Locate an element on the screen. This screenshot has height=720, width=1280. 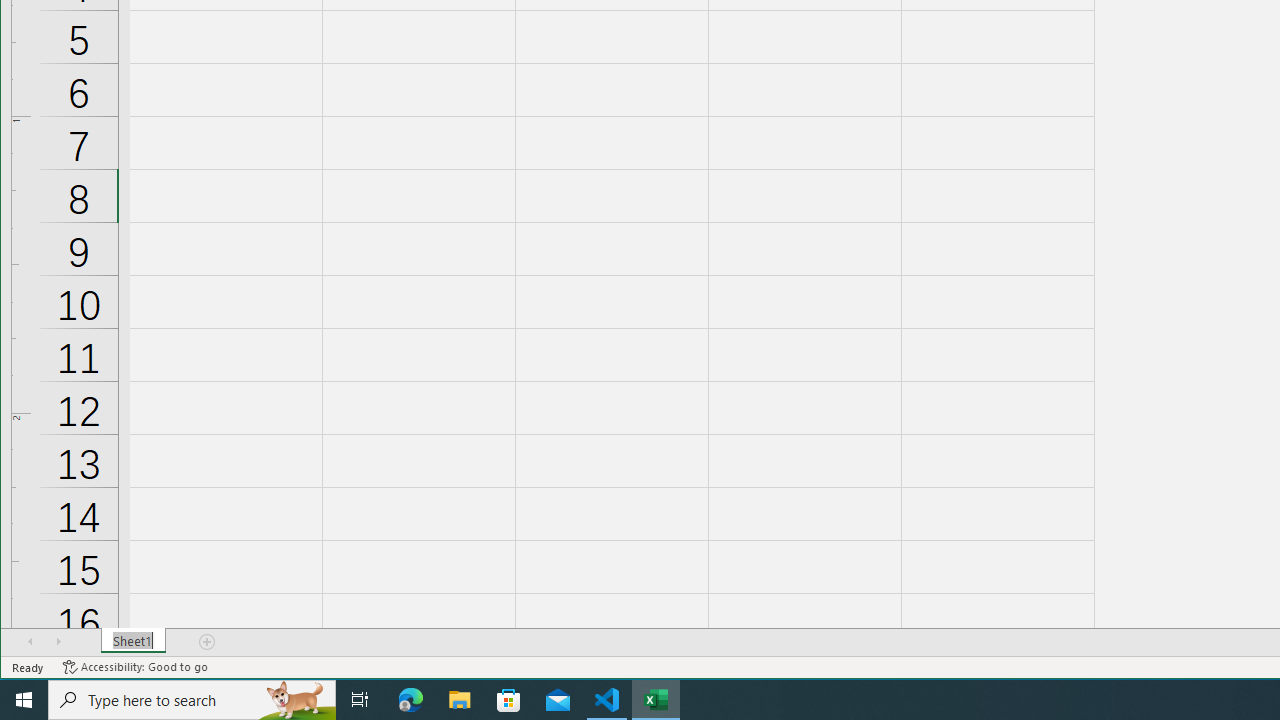
'Visual Studio Code - 1 running window' is located at coordinates (606, 698).